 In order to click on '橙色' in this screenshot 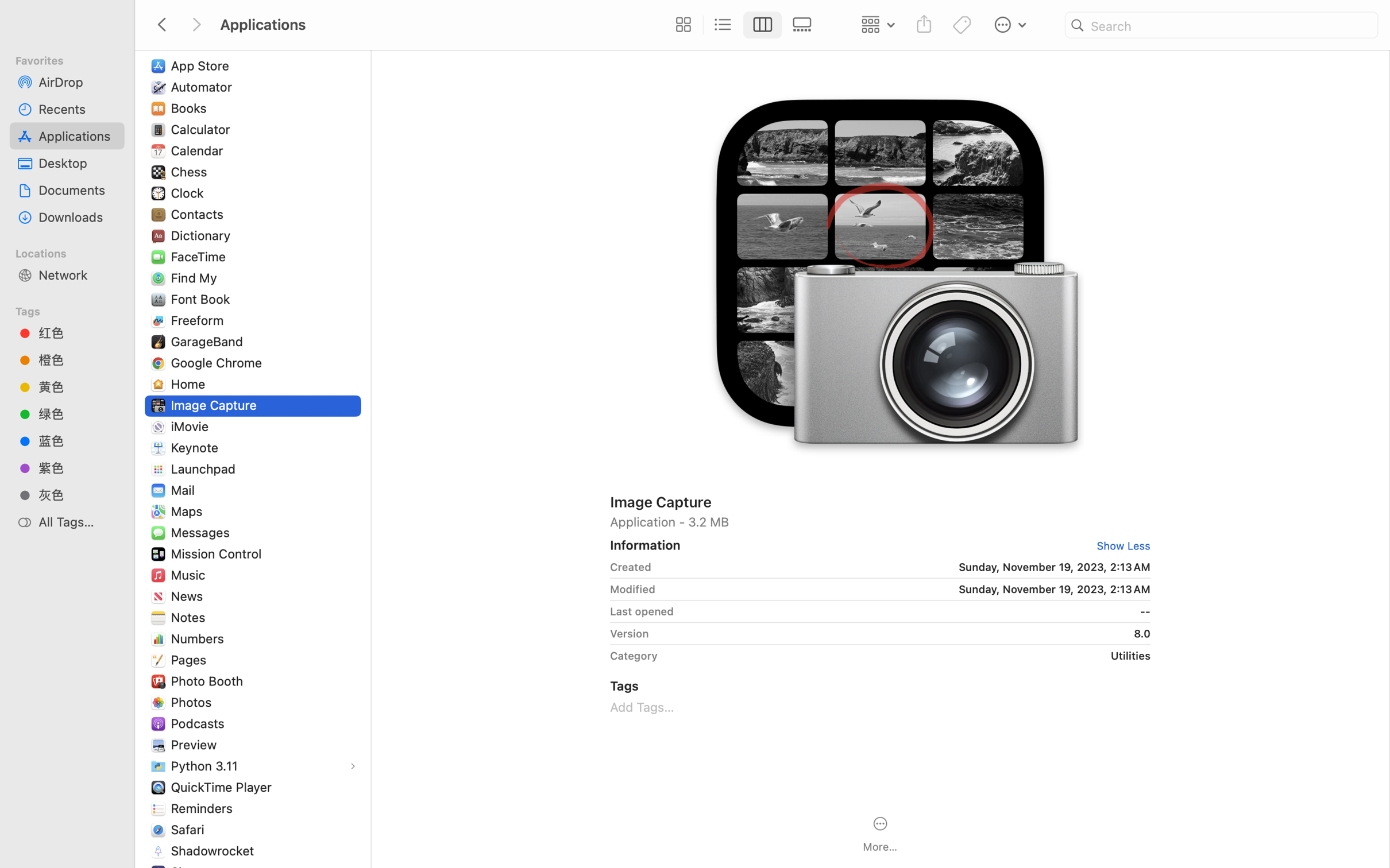, I will do `click(77, 359)`.